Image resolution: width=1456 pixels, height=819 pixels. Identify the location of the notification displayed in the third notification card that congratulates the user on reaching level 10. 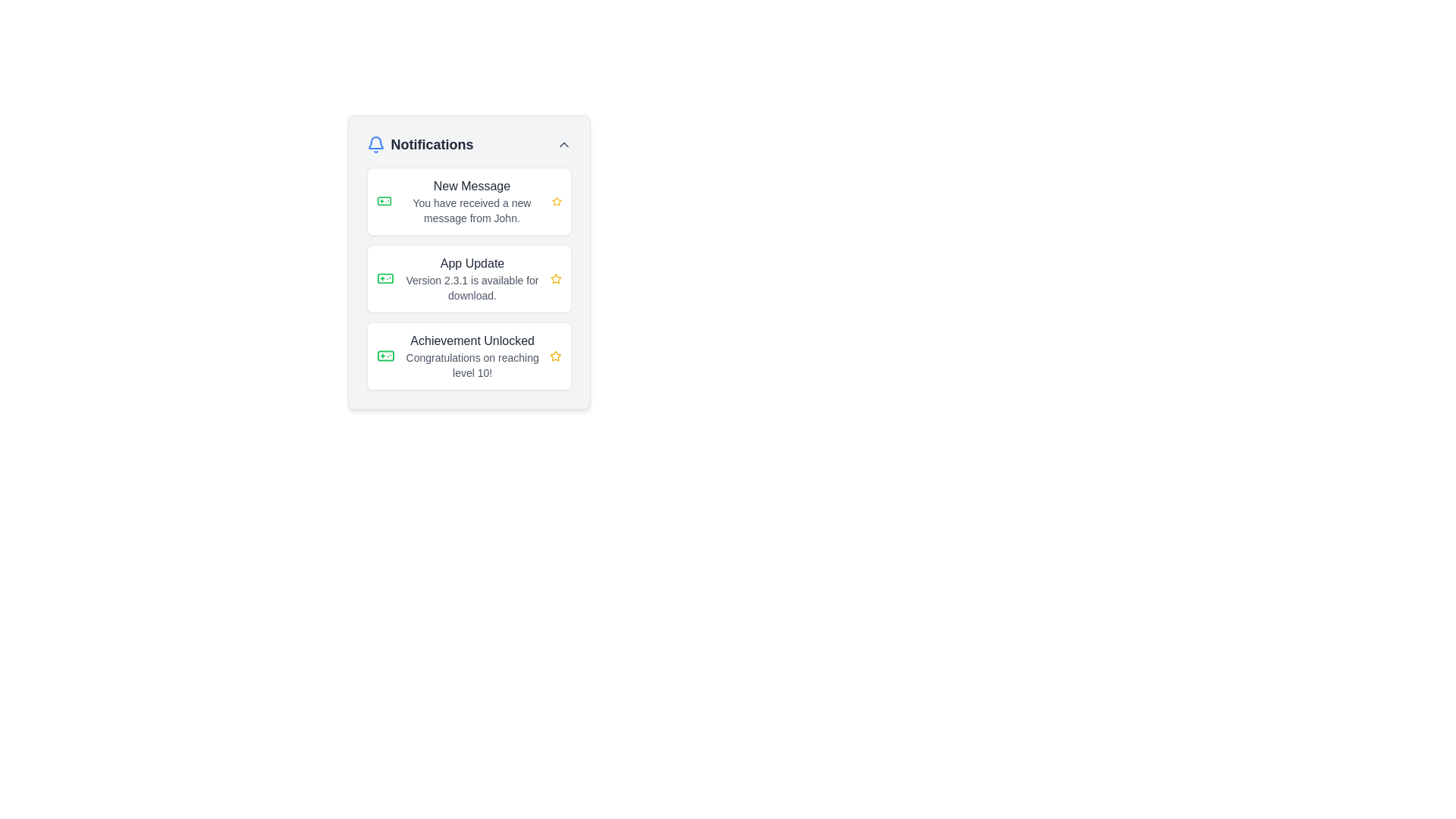
(472, 356).